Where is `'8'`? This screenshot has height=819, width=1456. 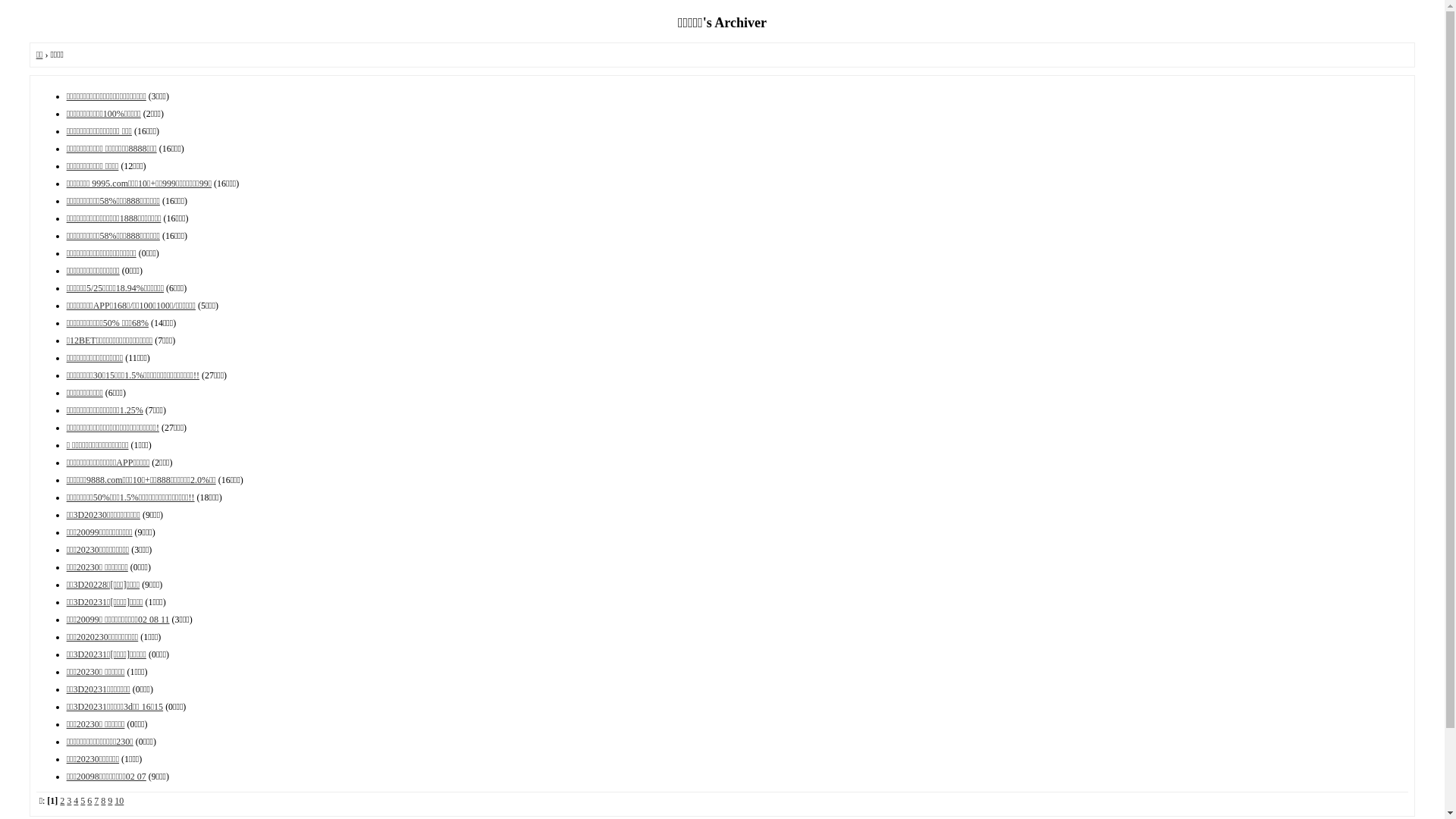 '8' is located at coordinates (102, 800).